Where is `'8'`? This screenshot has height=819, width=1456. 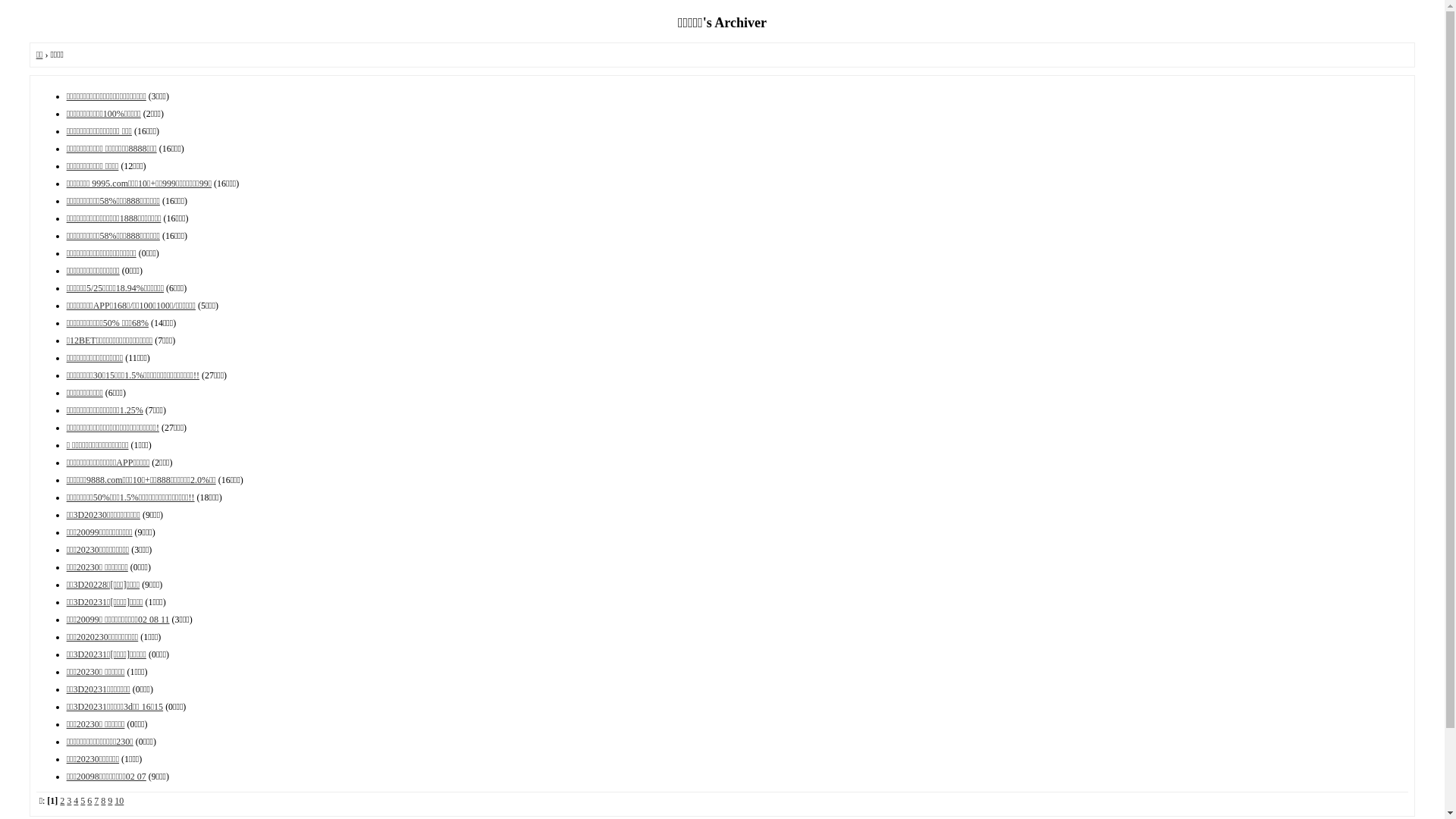 '8' is located at coordinates (102, 800).